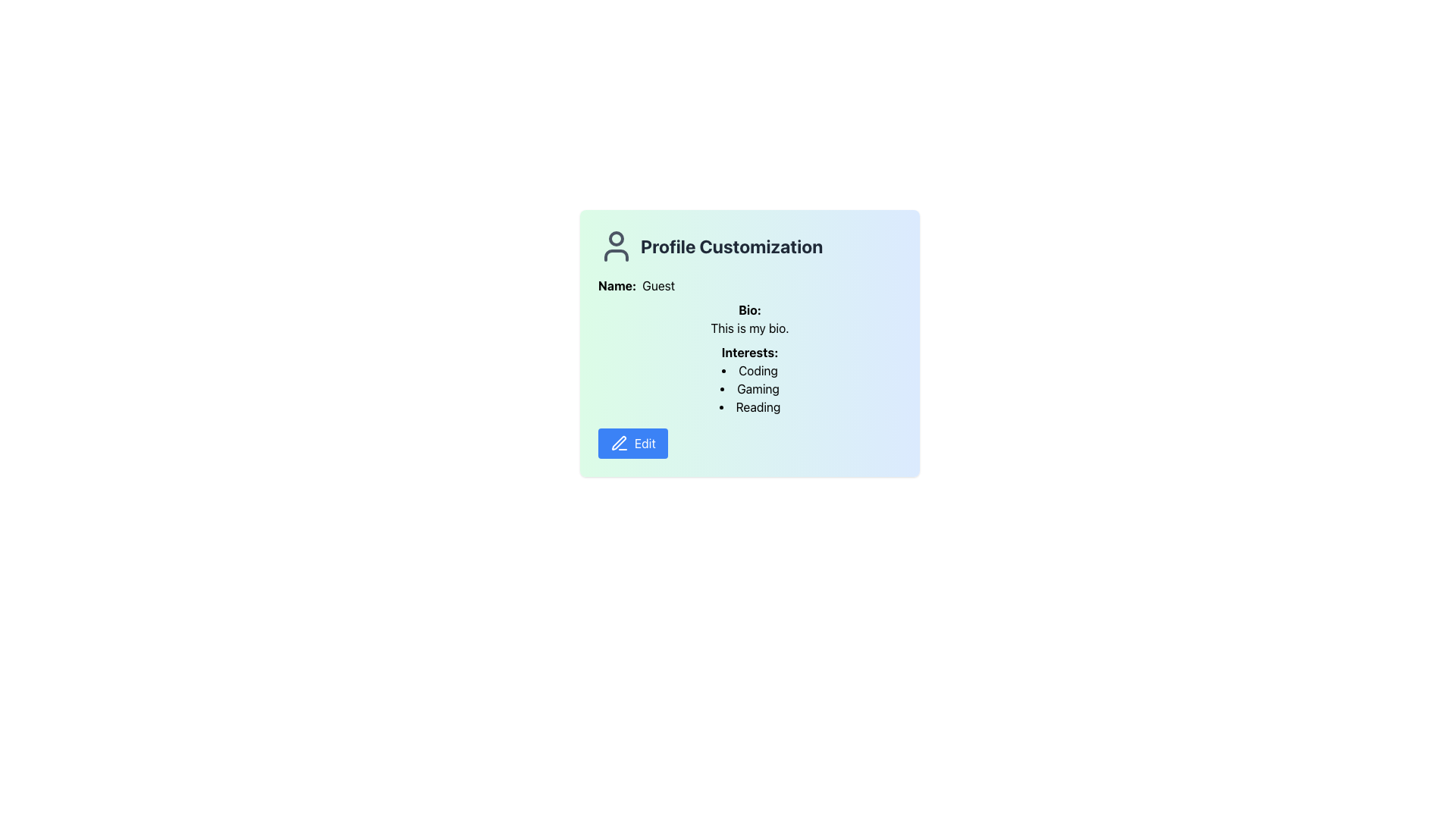 This screenshot has width=1456, height=819. Describe the element at coordinates (749, 379) in the screenshot. I see `the 'Interests:' section with the bulleted list that includes 'Coding', 'Gaming', and 'Reading', which is centrally located beneath the 'Bio' section` at that location.